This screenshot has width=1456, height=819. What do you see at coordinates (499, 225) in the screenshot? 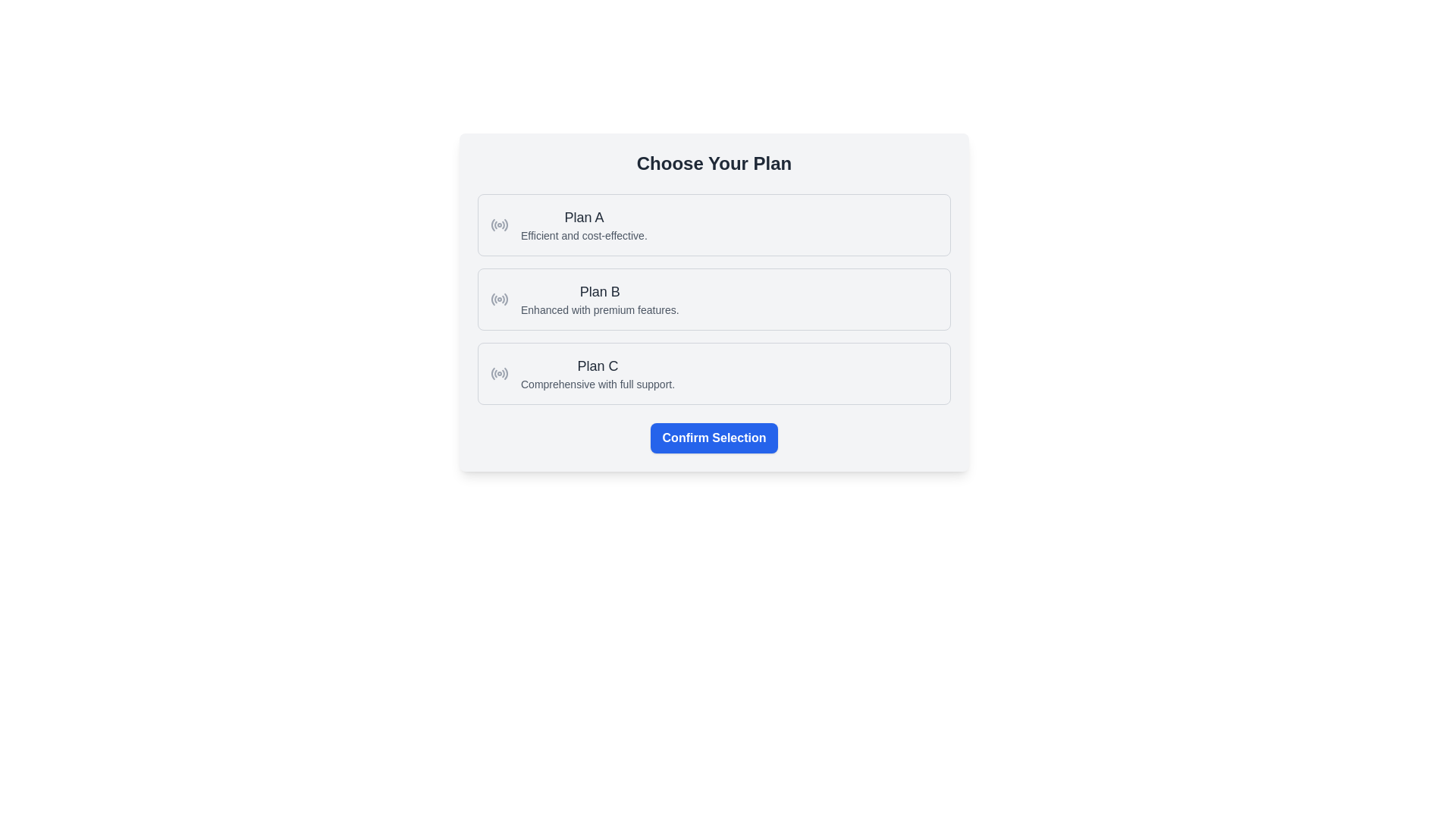
I see `the decorative icon resembling a radio wave, located to the left of the 'Plan A' text` at bounding box center [499, 225].